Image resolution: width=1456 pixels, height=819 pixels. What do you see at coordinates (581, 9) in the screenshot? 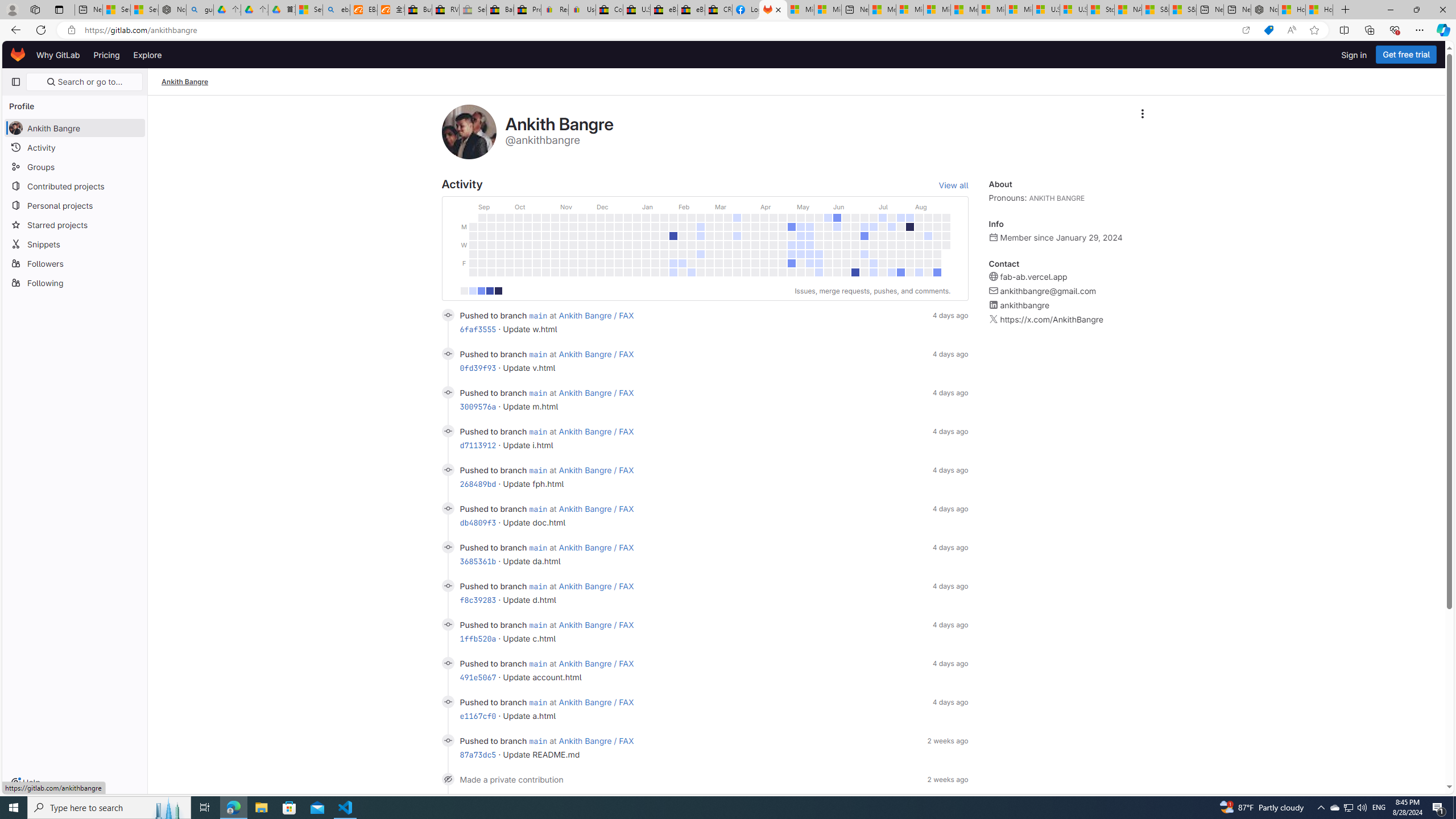
I see `'User Privacy Notice | eBay'` at bounding box center [581, 9].